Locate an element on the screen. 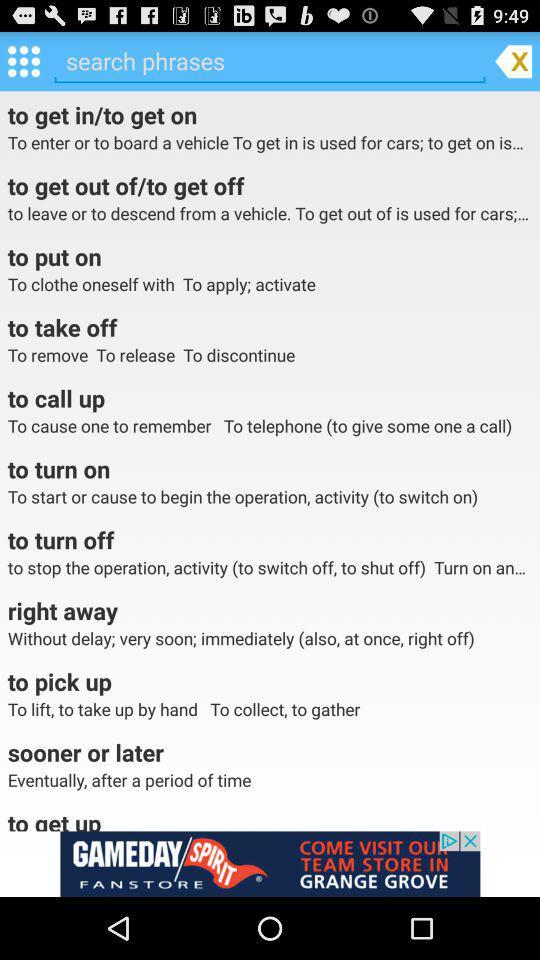 The width and height of the screenshot is (540, 960). menu is located at coordinates (22, 59).